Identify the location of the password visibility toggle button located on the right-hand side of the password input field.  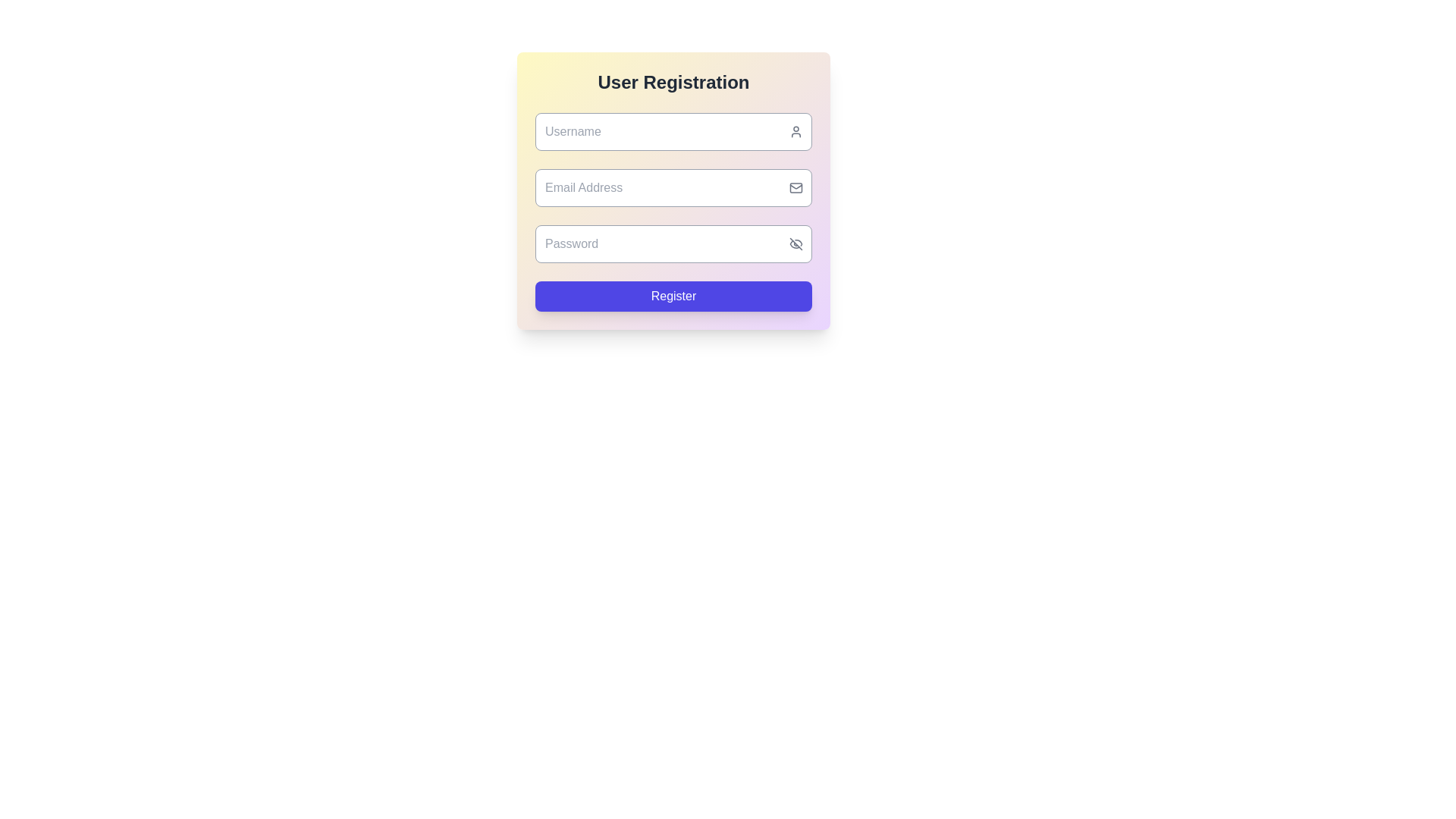
(795, 243).